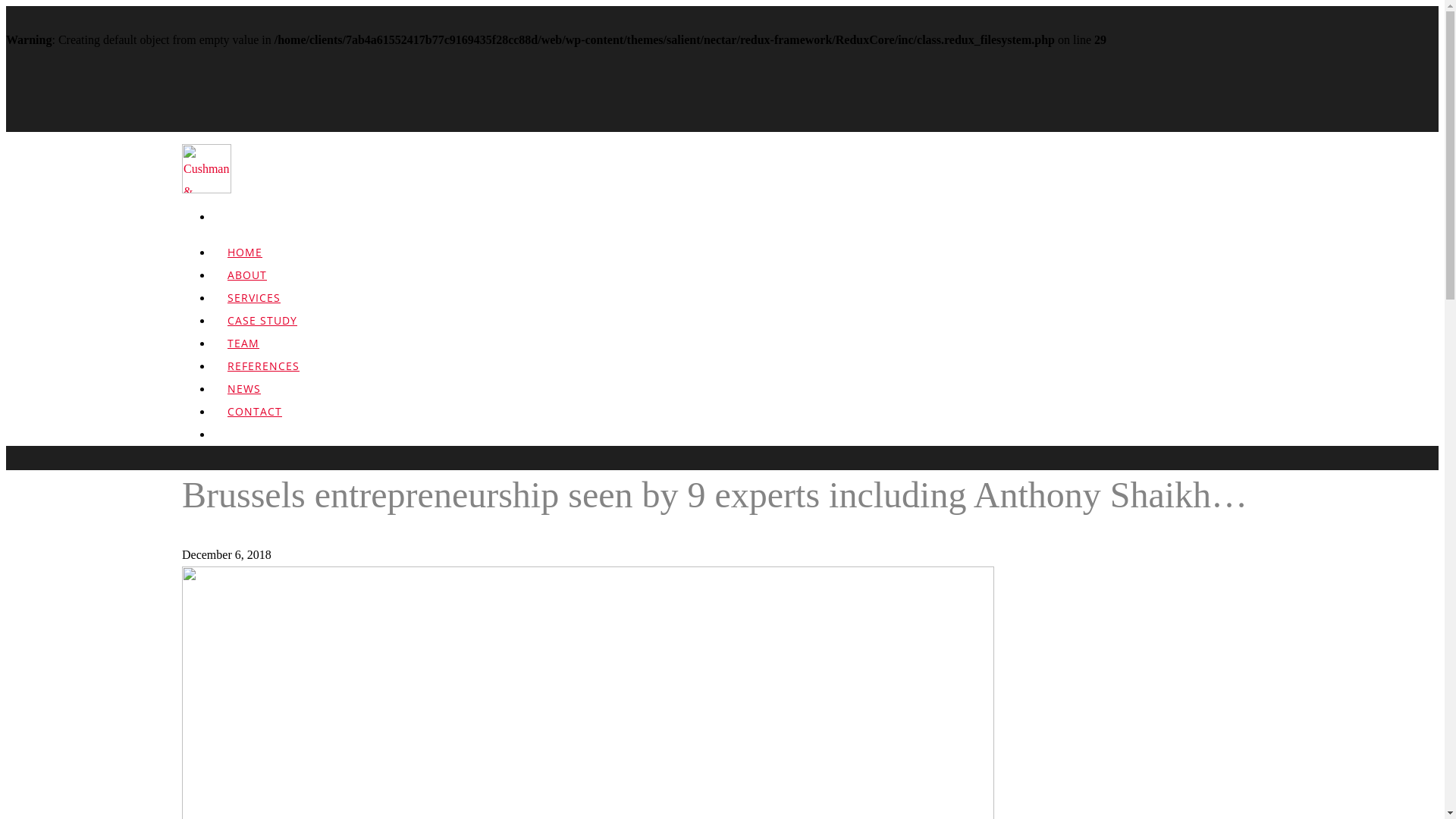 Image resolution: width=1456 pixels, height=819 pixels. Describe the element at coordinates (255, 422) in the screenshot. I see `'CONTACT'` at that location.